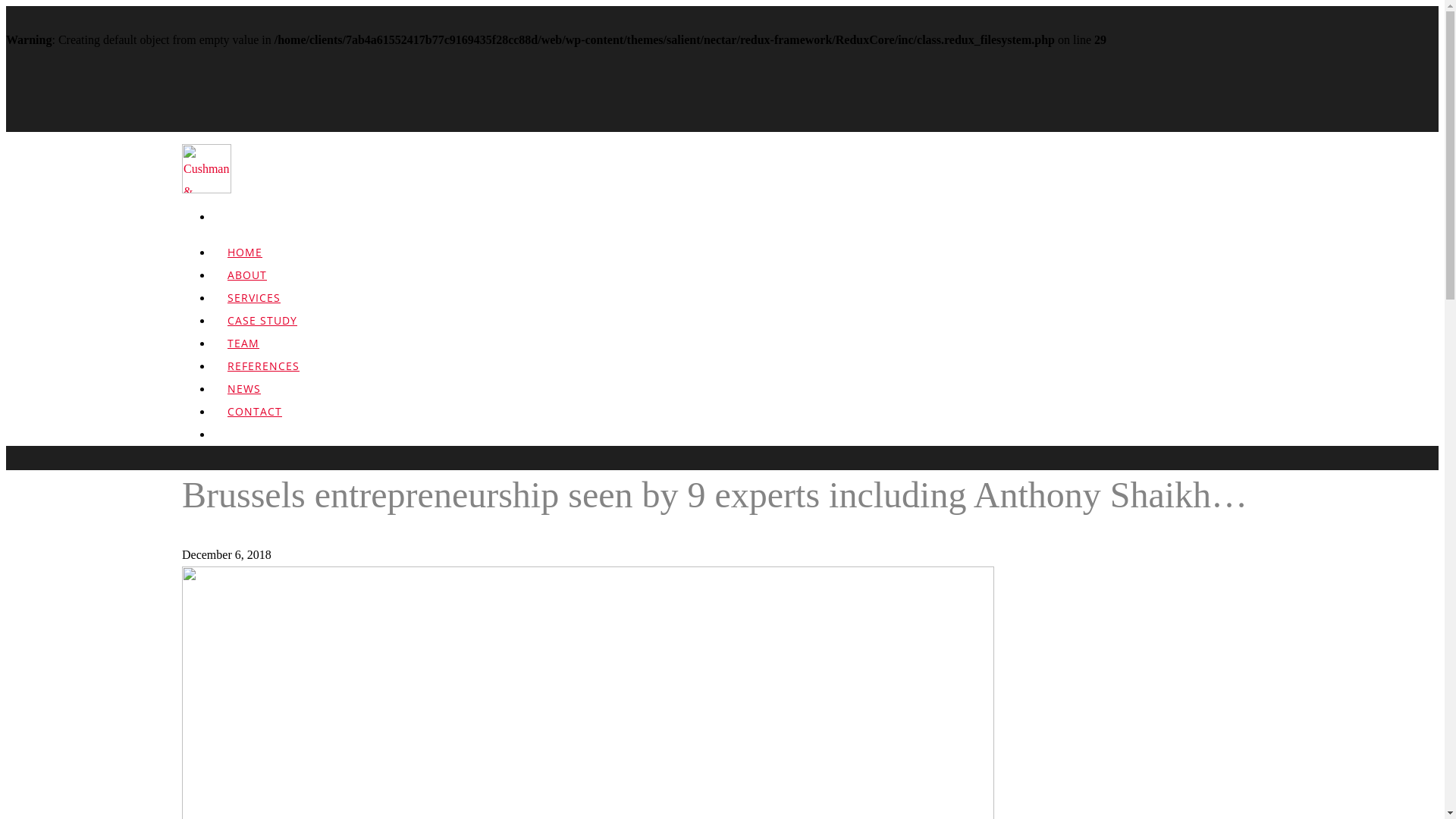 Image resolution: width=1456 pixels, height=819 pixels. Describe the element at coordinates (255, 422) in the screenshot. I see `'CONTACT'` at that location.